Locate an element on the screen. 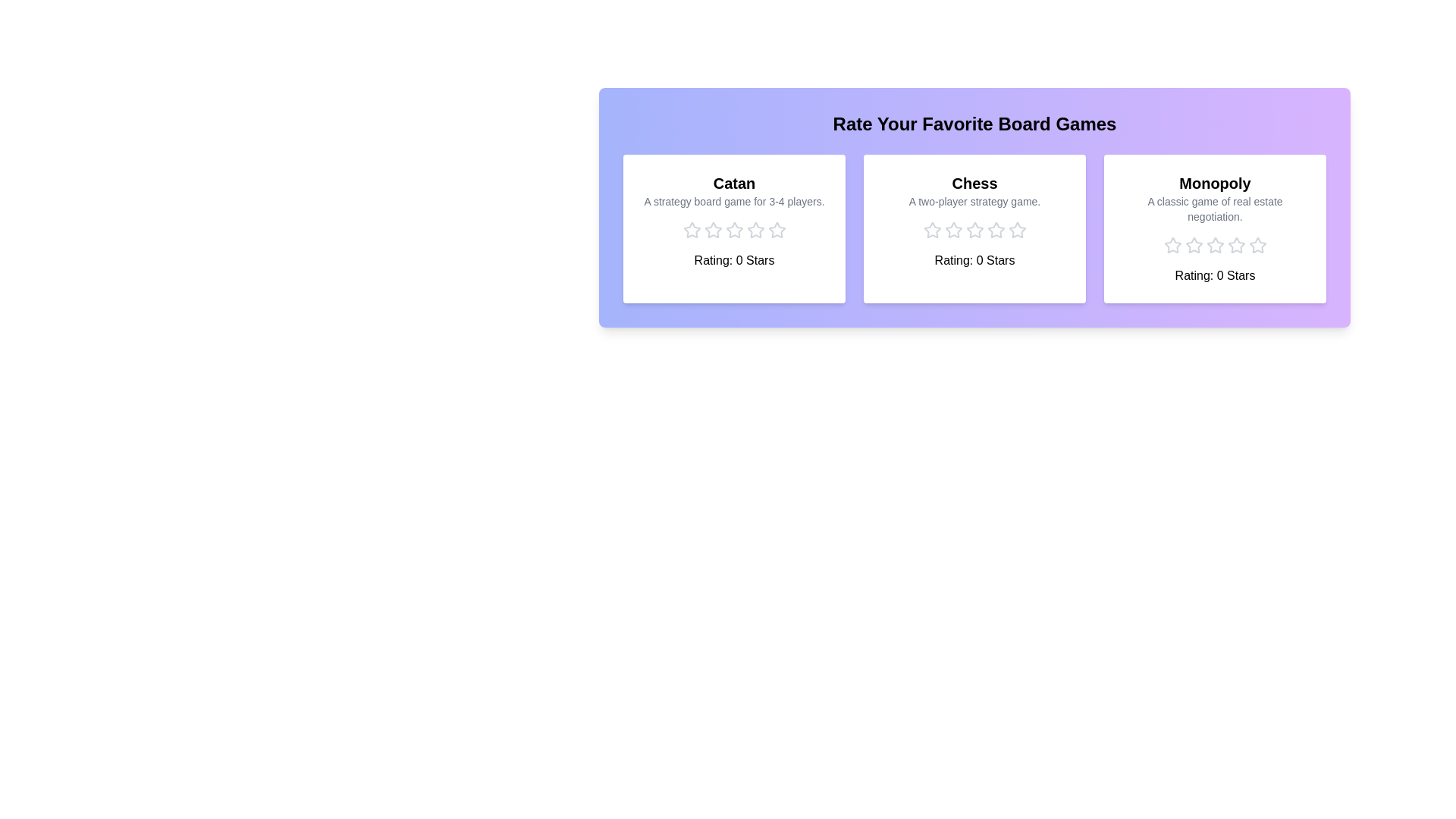  the 'Rate Your Favorite Board Games' title to inspect its layout is located at coordinates (974, 124).